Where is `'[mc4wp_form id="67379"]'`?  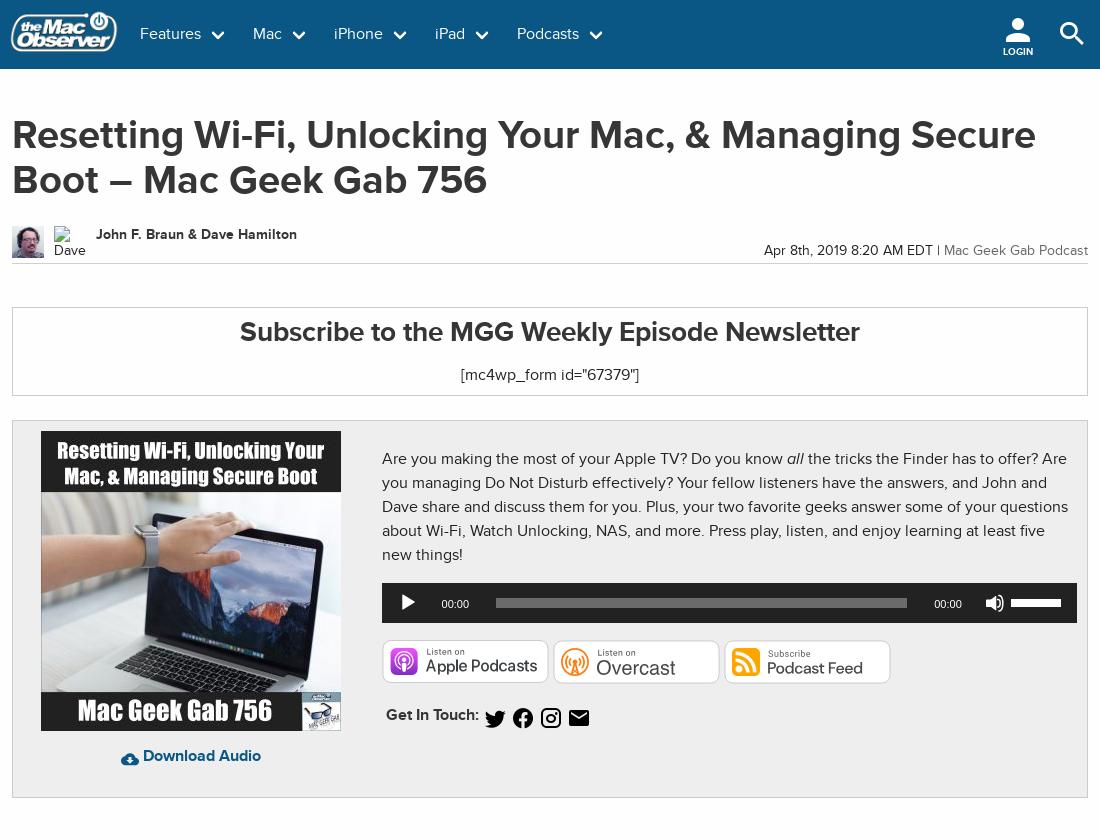 '[mc4wp_form id="67379"]' is located at coordinates (550, 374).